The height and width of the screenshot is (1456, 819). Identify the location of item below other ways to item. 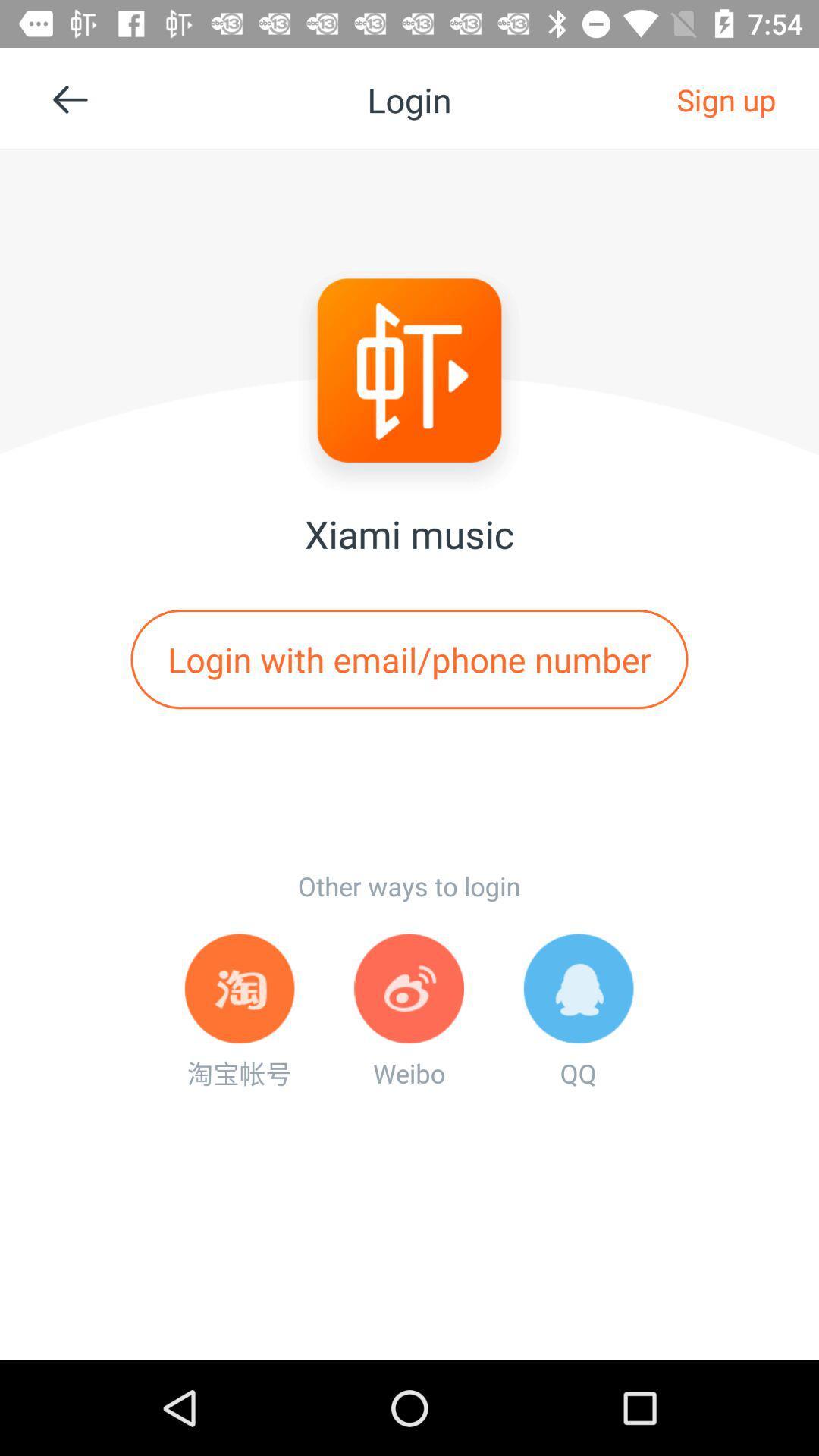
(408, 1012).